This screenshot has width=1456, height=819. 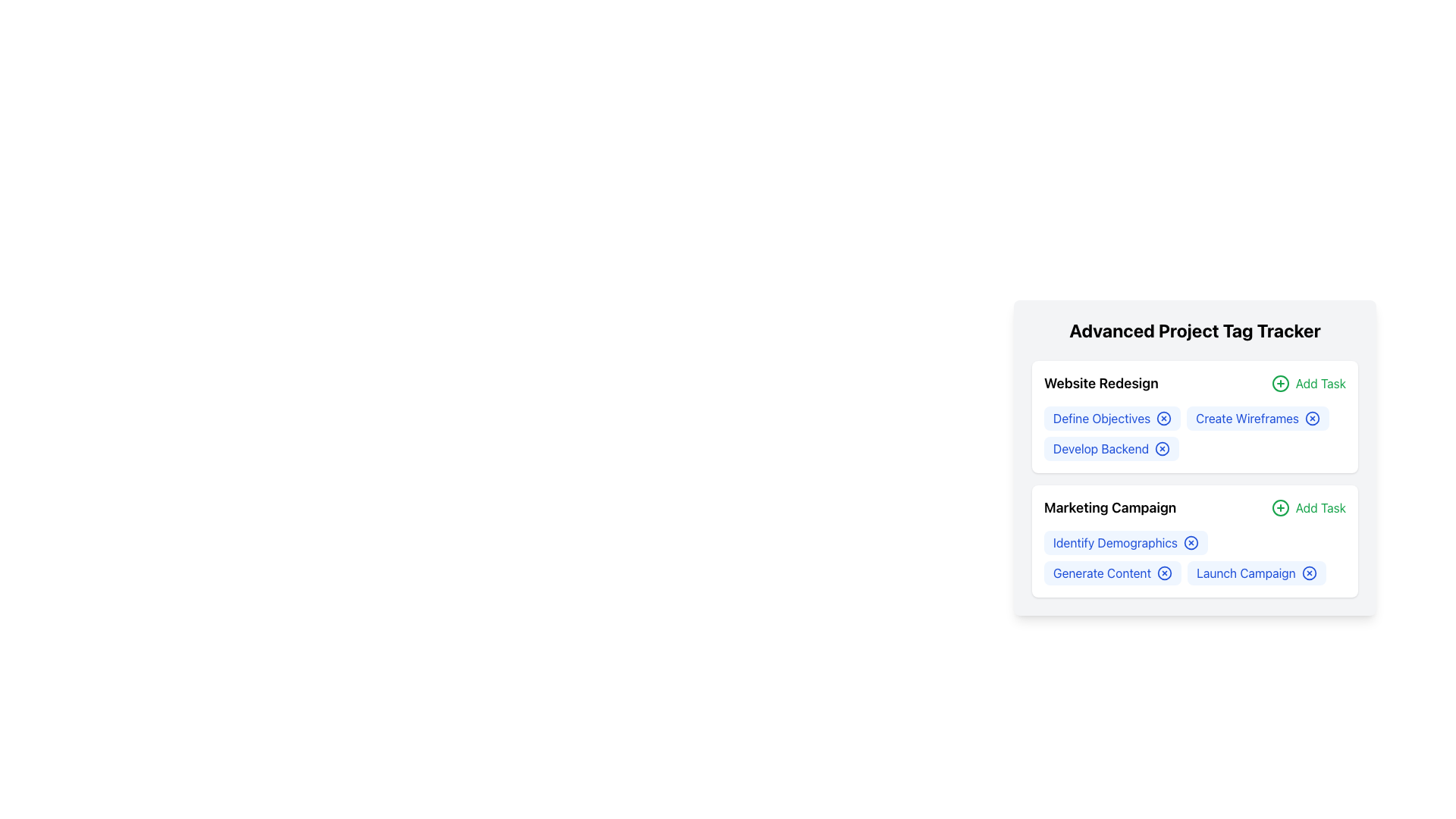 What do you see at coordinates (1163, 418) in the screenshot?
I see `the clear or remove button for the 'Define Objectives' tag located on the right side of the 'Define Objectives' text in the 'Website Redesign' section` at bounding box center [1163, 418].